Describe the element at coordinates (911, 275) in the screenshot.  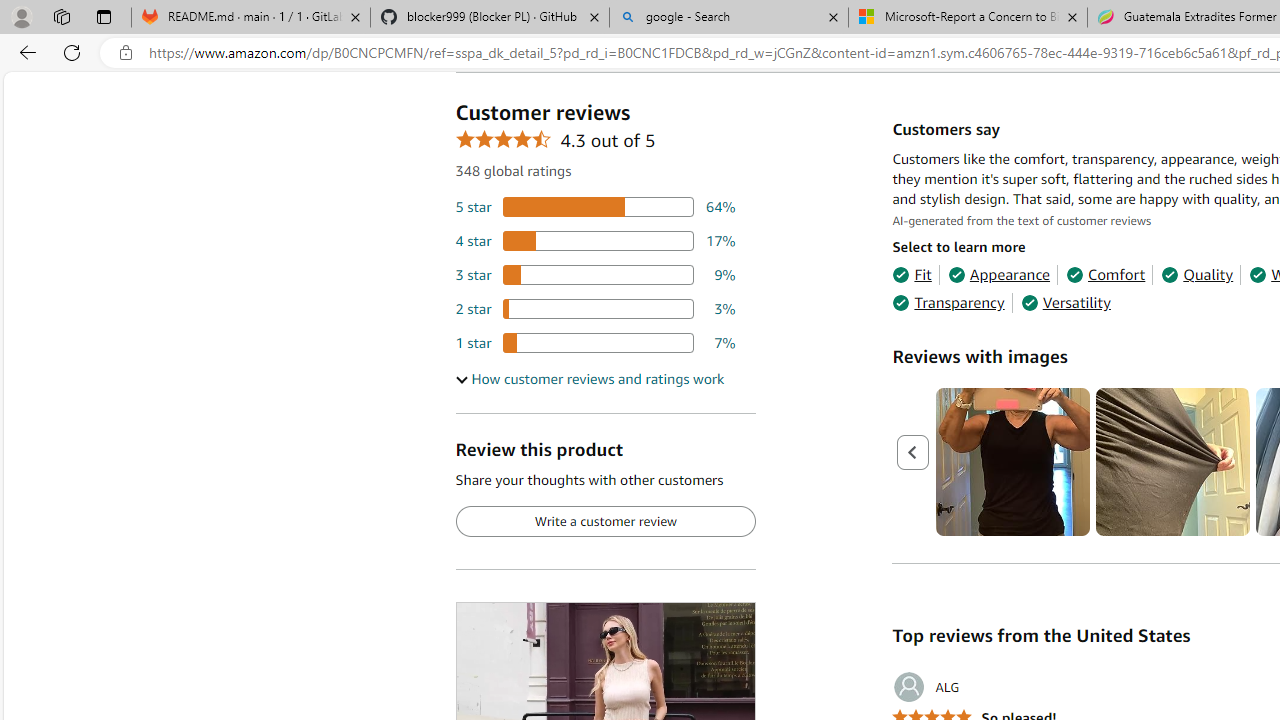
I see `'Fit'` at that location.